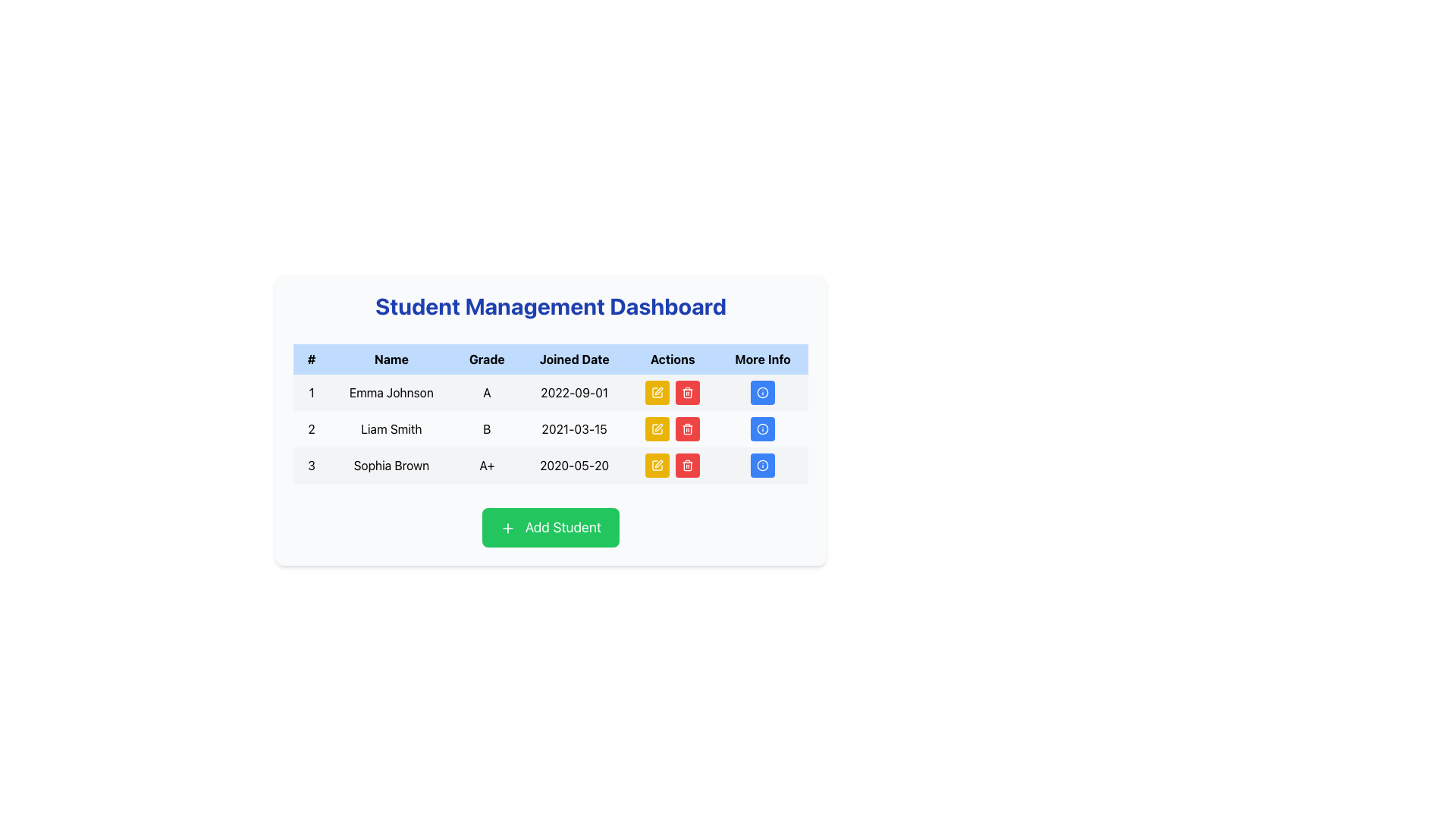 The image size is (1456, 819). Describe the element at coordinates (763, 464) in the screenshot. I see `the blue circular button with a white border and info icon at its center, located at the far-right of the row for 'Sophia Brown' under the 'More Info' column` at that location.